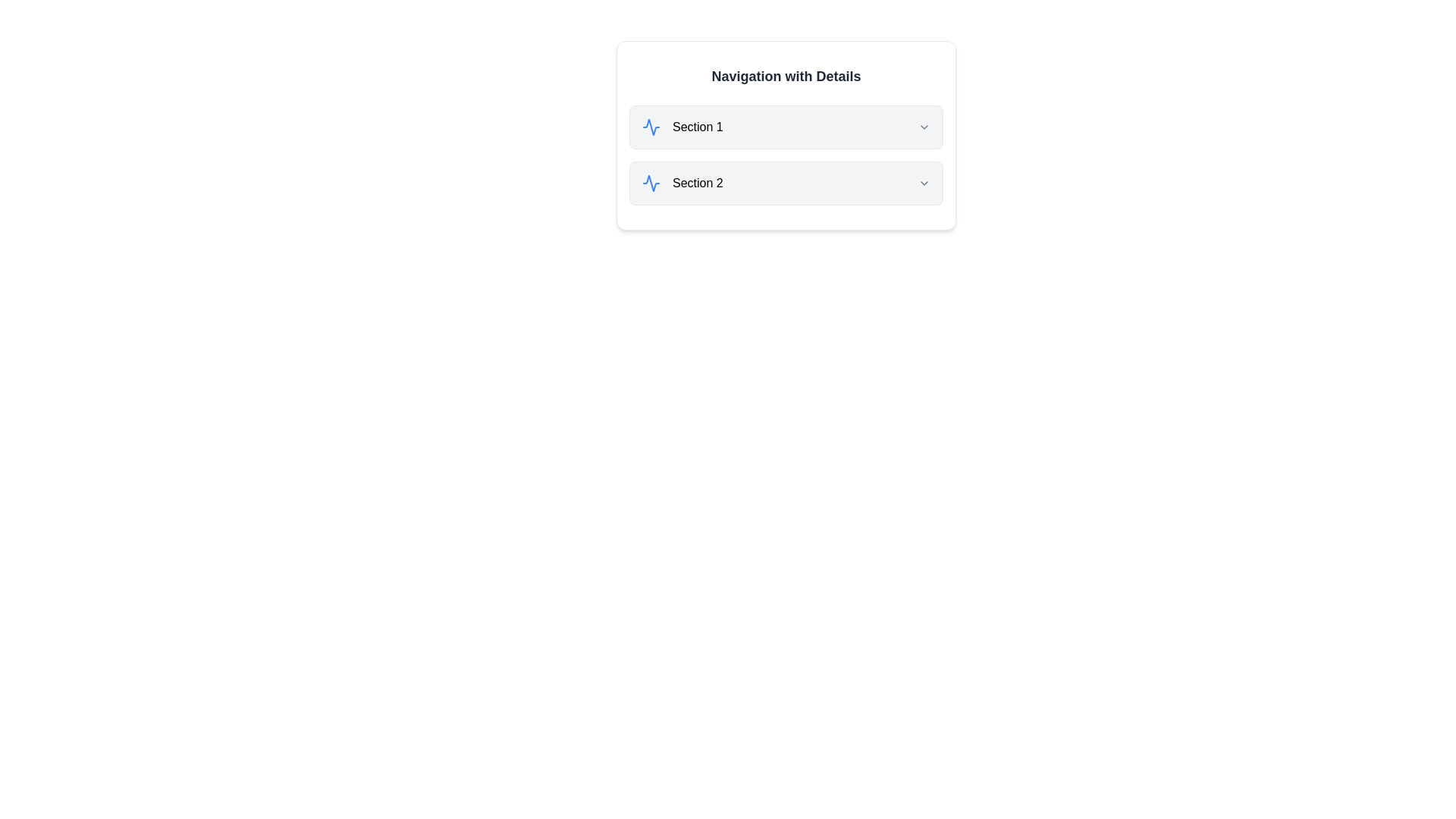 Image resolution: width=1456 pixels, height=819 pixels. What do you see at coordinates (924, 183) in the screenshot?
I see `the Dropdown indicator icon located to the far right of the 'Section 2' text` at bounding box center [924, 183].